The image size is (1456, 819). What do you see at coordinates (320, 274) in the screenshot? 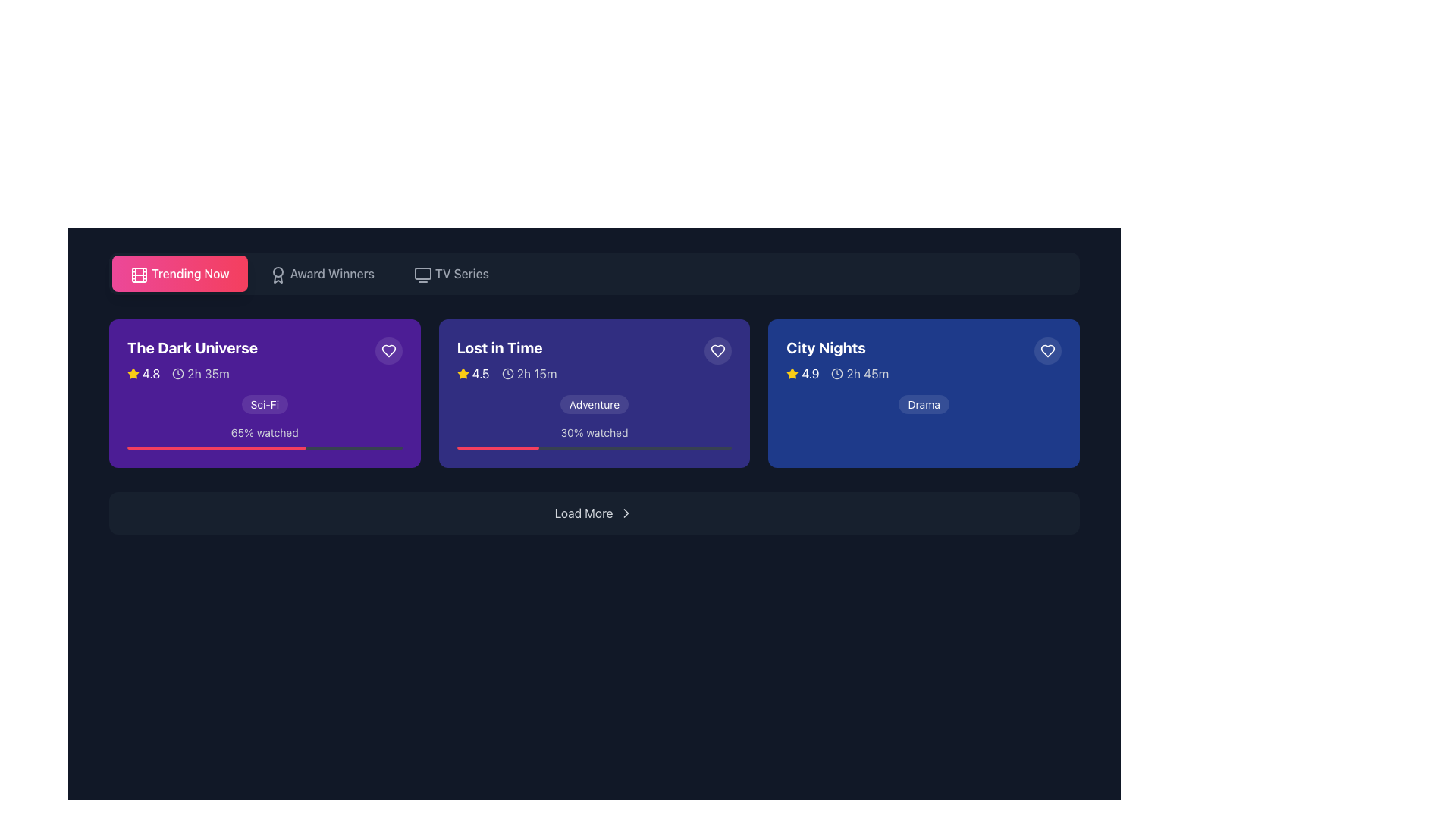
I see `the 'Award Winners' button, which is the second button in a row of three at the top of the section, to filter or navigate to the content showcasing award-winning items` at bounding box center [320, 274].